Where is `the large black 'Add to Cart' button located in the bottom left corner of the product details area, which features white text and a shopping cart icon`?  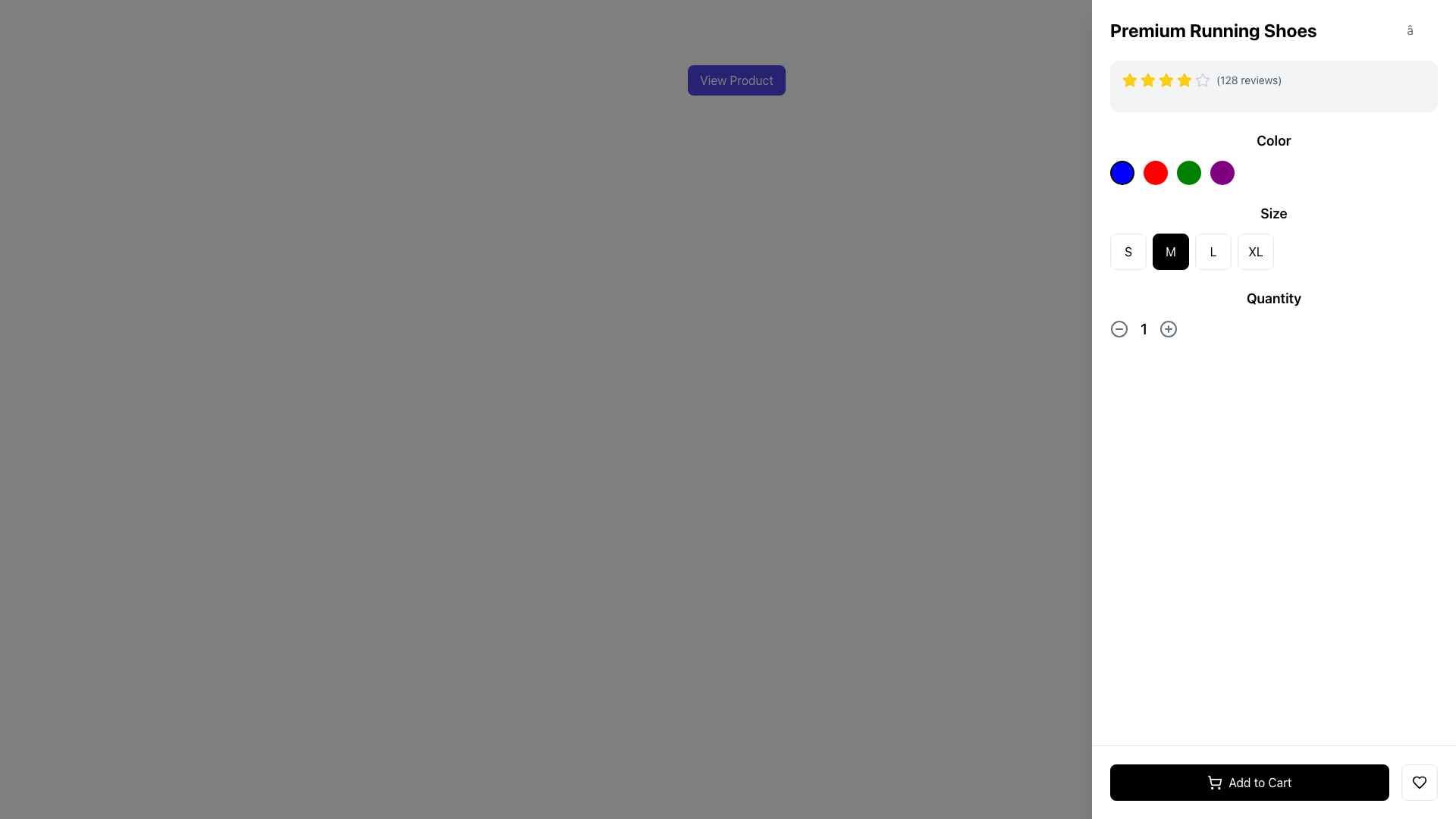 the large black 'Add to Cart' button located in the bottom left corner of the product details area, which features white text and a shopping cart icon is located at coordinates (1274, 783).